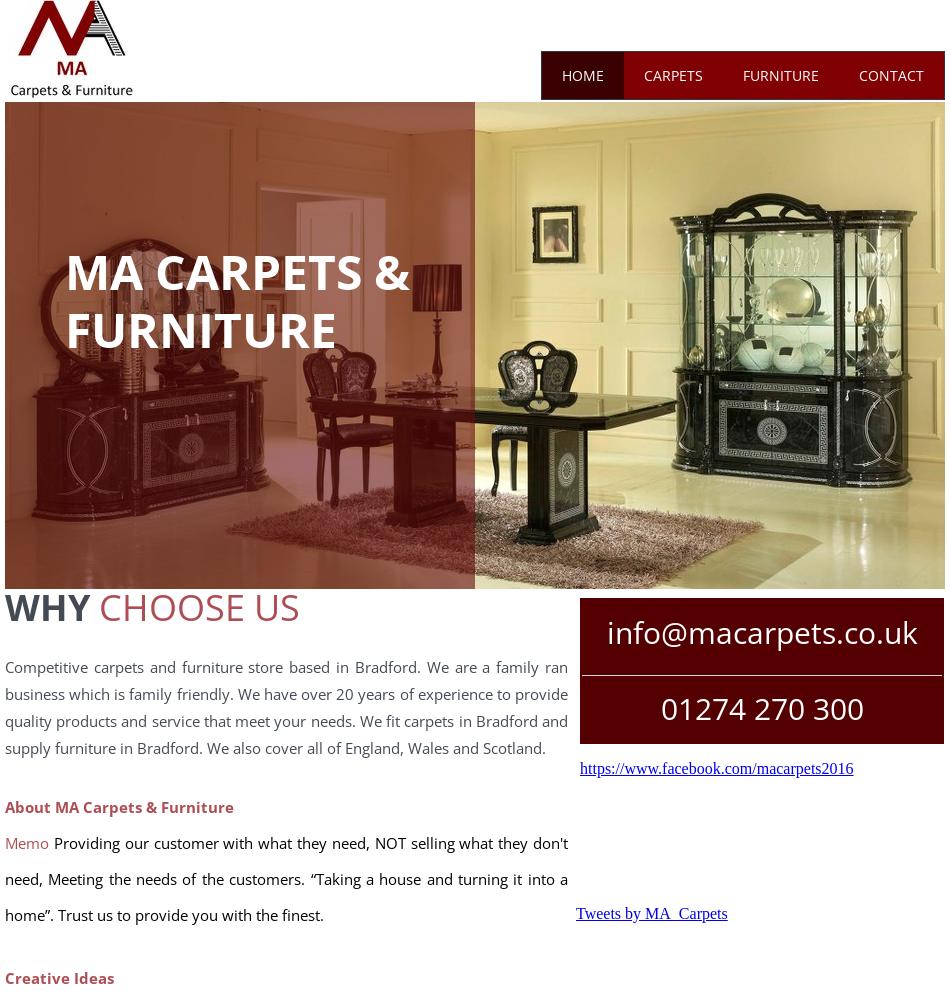 This screenshot has height=1000, width=950. What do you see at coordinates (715, 768) in the screenshot?
I see `'https://www.facebook.com/macarpets2016'` at bounding box center [715, 768].